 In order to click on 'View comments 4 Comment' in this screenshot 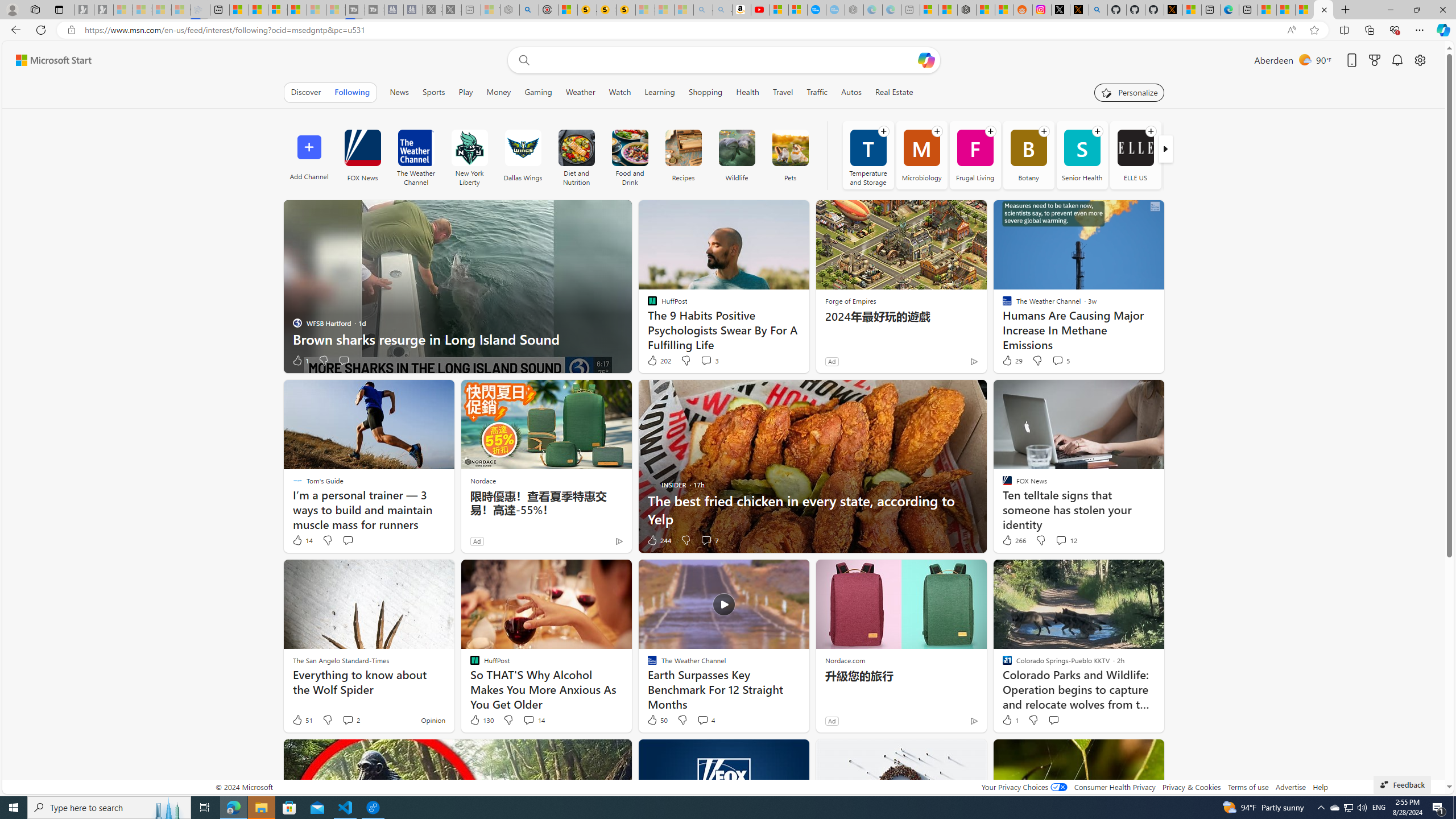, I will do `click(705, 719)`.